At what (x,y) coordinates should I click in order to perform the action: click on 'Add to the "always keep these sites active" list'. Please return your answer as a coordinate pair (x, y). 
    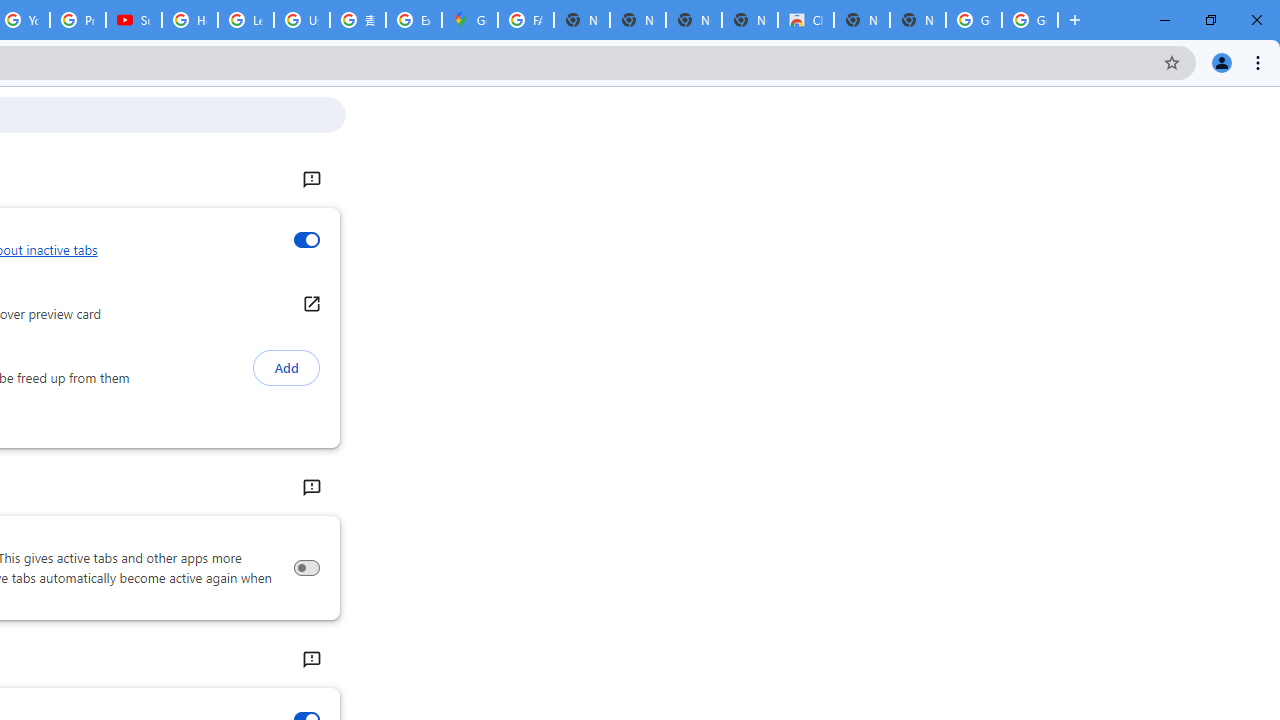
    Looking at the image, I should click on (285, 368).